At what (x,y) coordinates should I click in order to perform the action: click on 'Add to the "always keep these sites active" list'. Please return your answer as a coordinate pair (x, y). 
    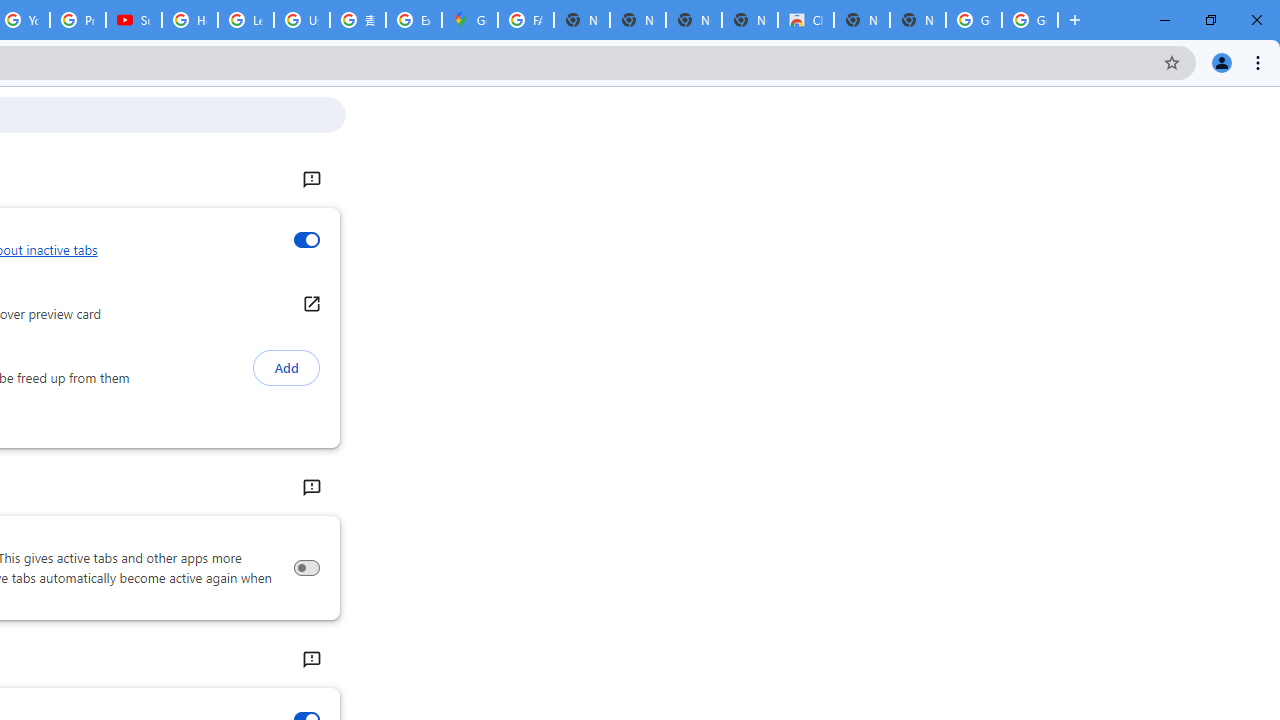
    Looking at the image, I should click on (285, 368).